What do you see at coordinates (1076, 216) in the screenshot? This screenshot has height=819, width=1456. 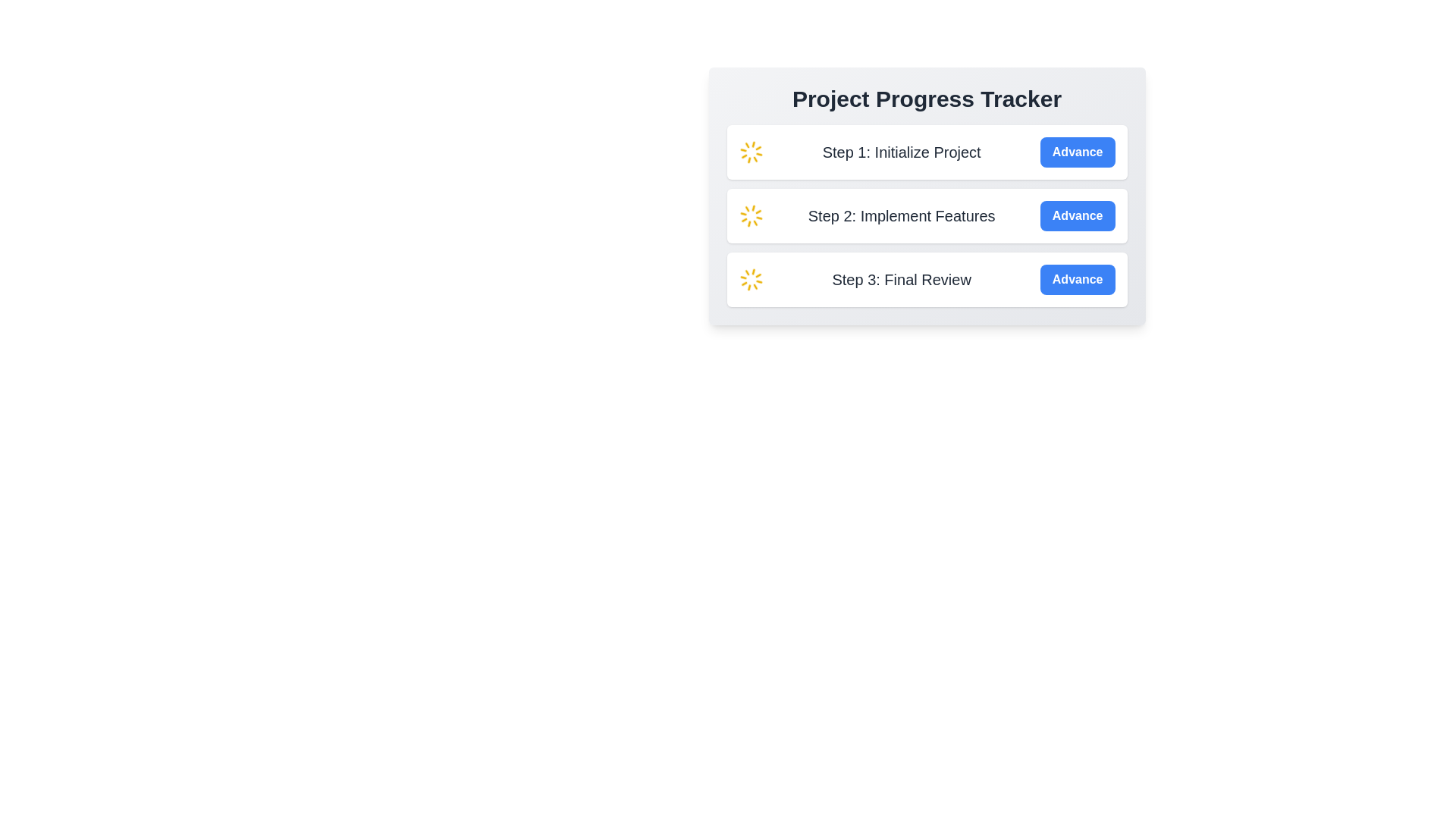 I see `the 'Advance' button for 'Step 2: Implement Features' in the Project Progress Tracker to proceed to the next step` at bounding box center [1076, 216].